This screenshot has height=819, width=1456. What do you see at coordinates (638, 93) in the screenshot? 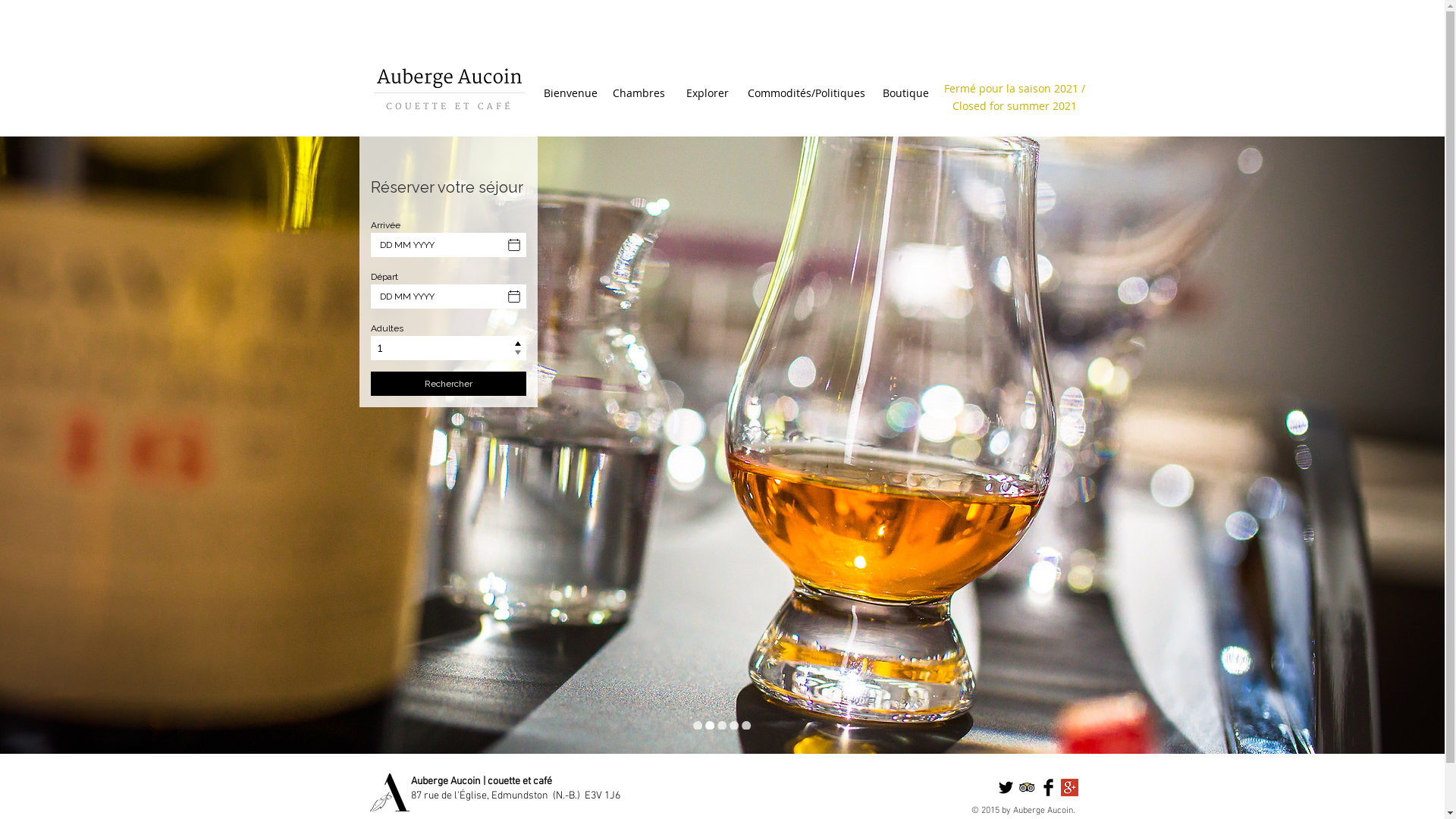
I see `'Chambres'` at bounding box center [638, 93].